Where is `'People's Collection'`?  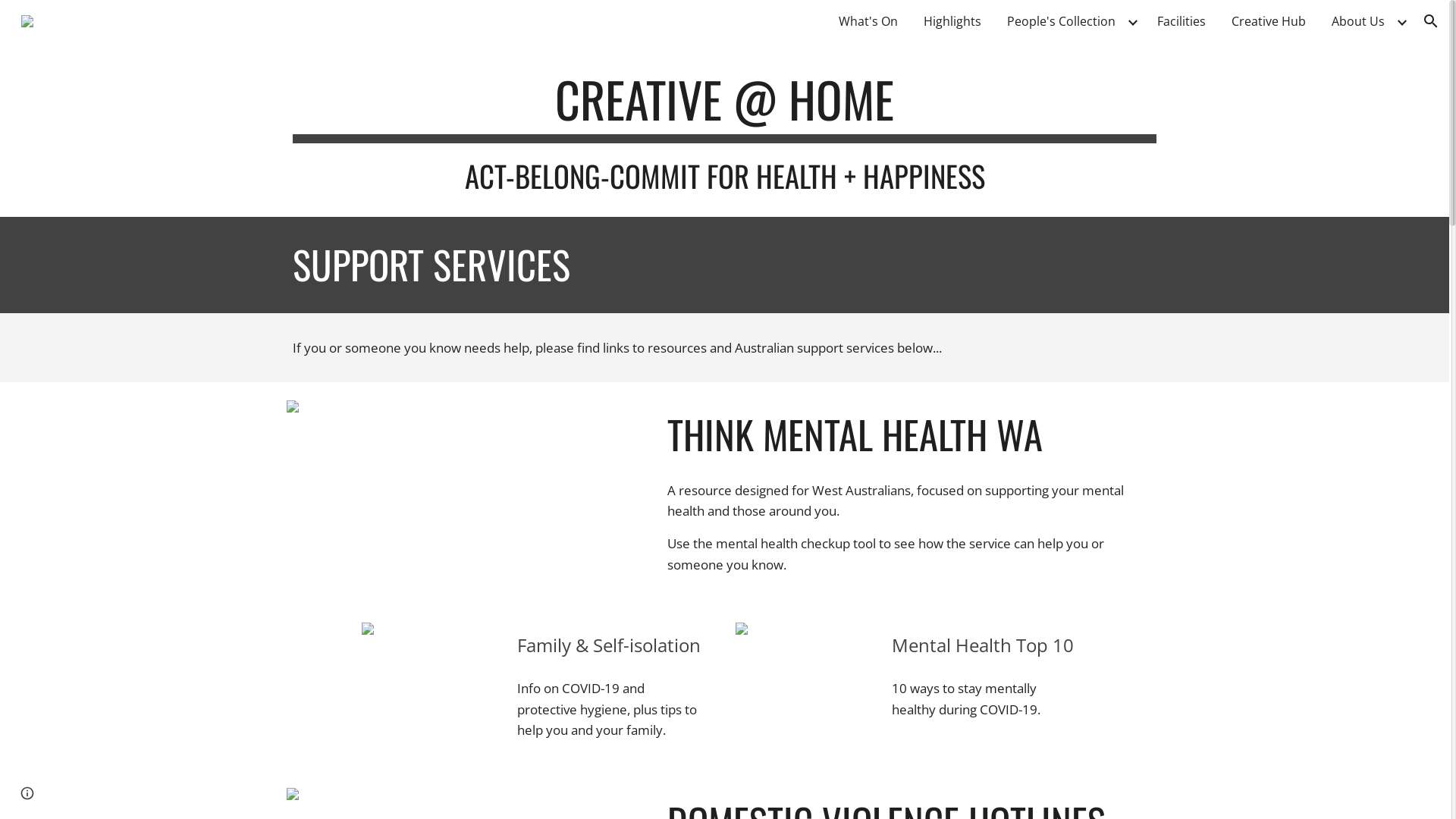
'People's Collection' is located at coordinates (999, 20).